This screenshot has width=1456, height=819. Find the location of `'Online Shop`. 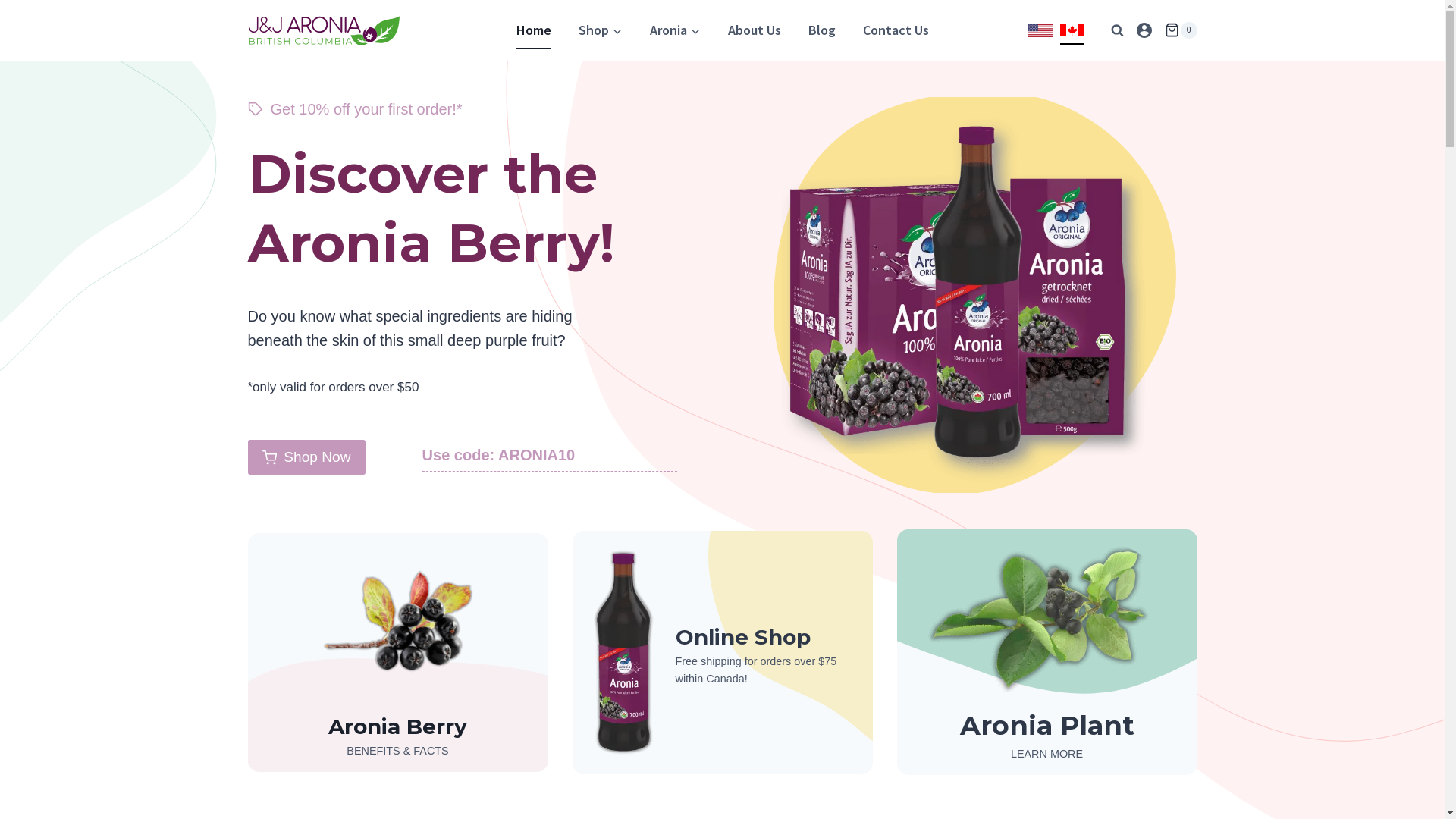

'Online Shop is located at coordinates (720, 651).